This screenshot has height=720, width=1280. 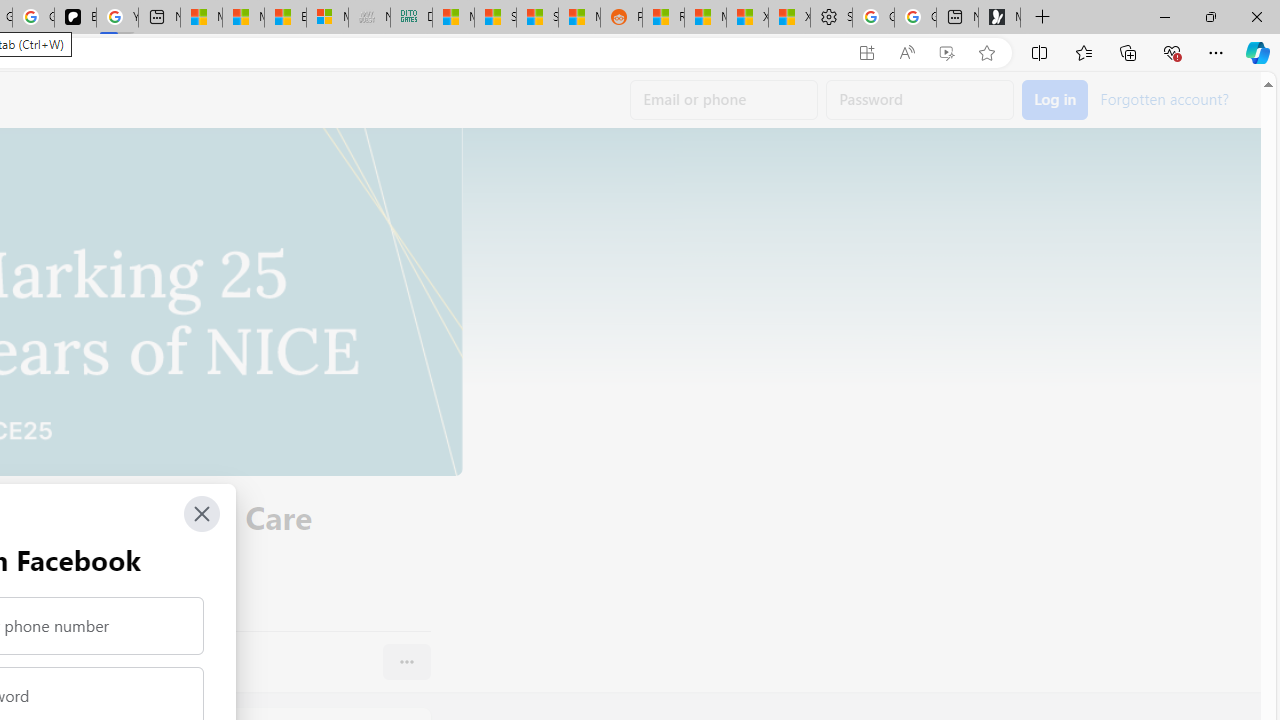 What do you see at coordinates (369, 17) in the screenshot?
I see `'Navy Quest'` at bounding box center [369, 17].